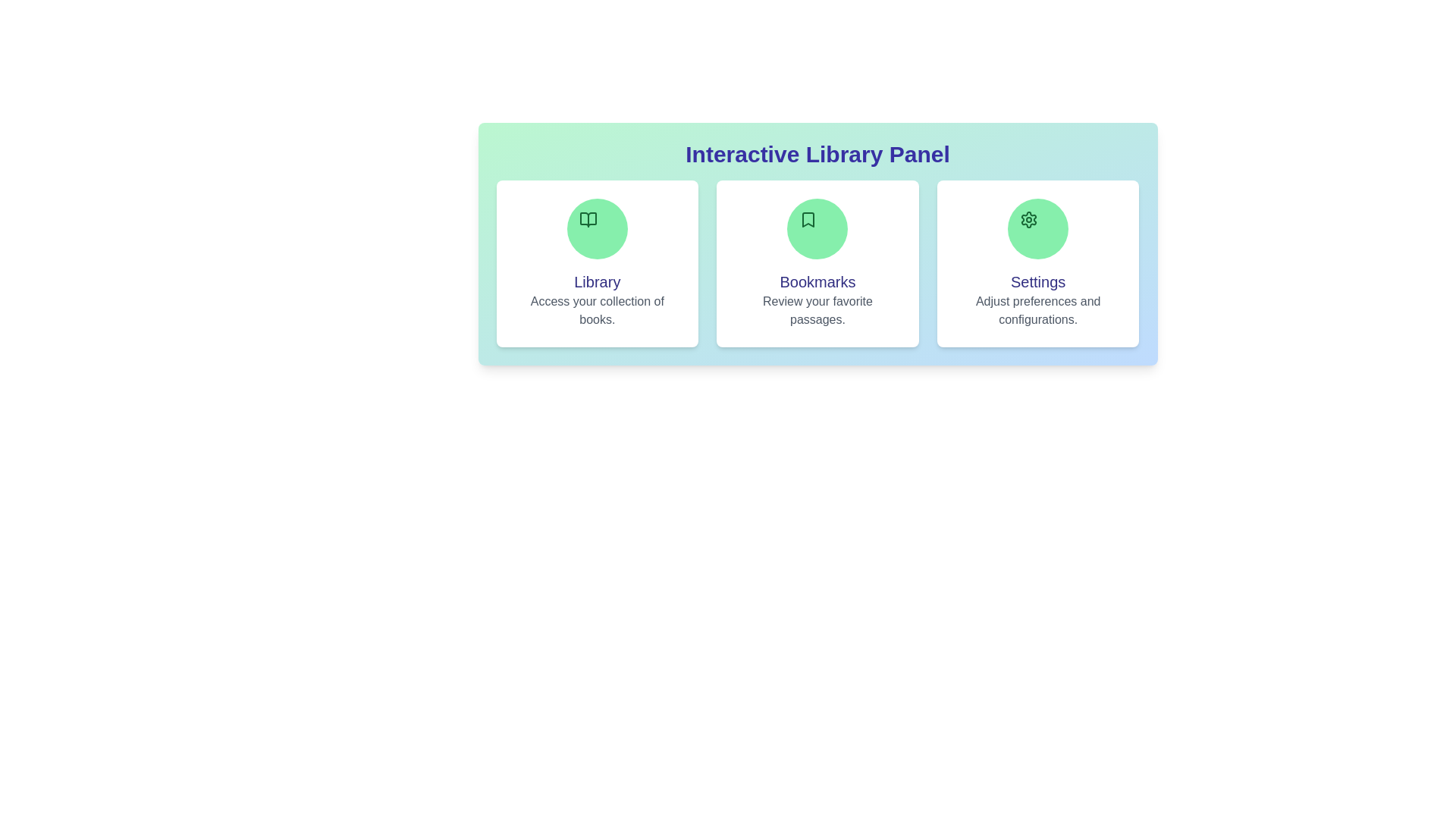 The image size is (1456, 819). Describe the element at coordinates (817, 155) in the screenshot. I see `the main title 'Interactive Library Panel' to focus on it` at that location.